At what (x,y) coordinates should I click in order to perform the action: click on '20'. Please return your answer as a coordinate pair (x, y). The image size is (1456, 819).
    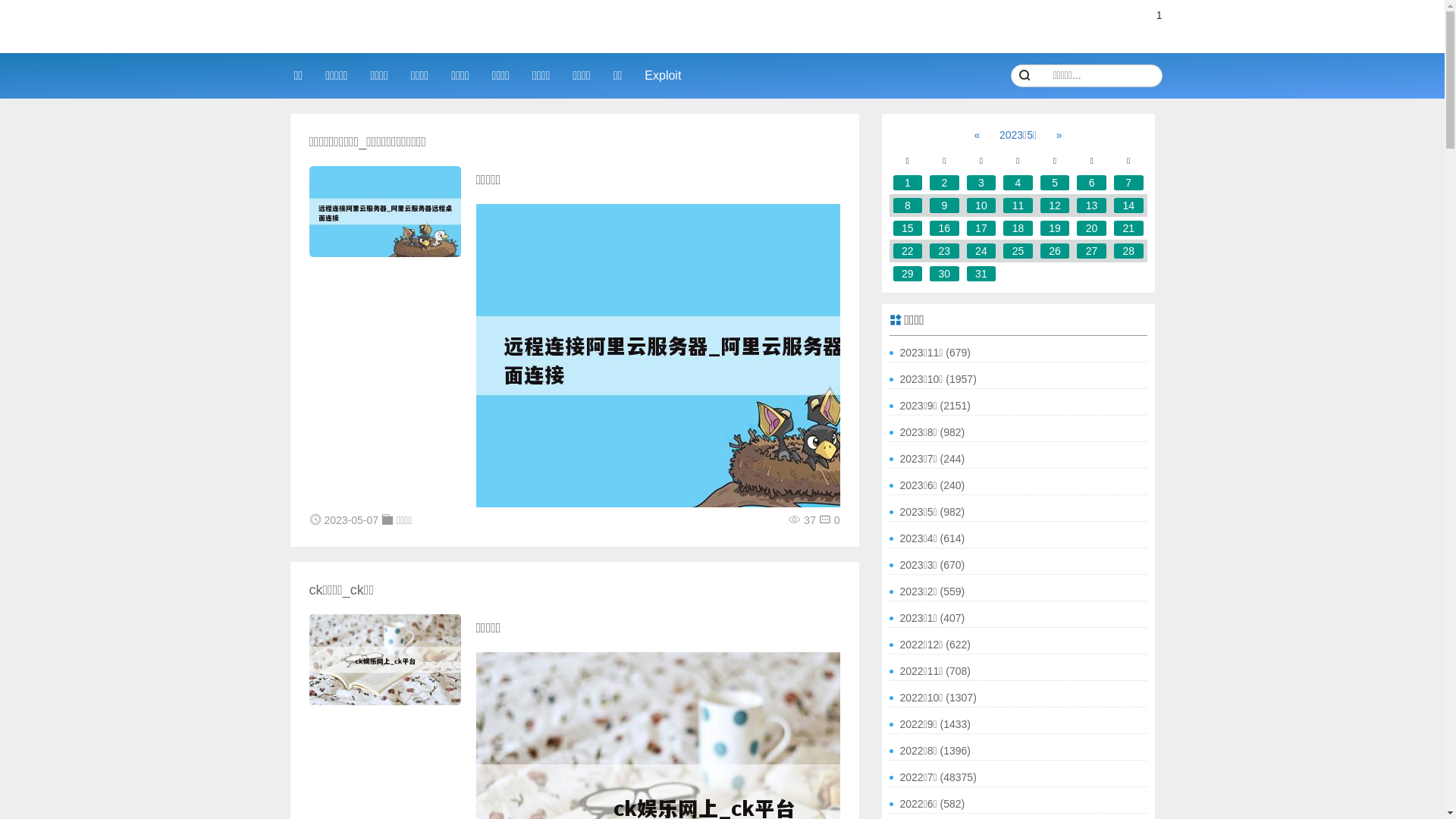
    Looking at the image, I should click on (1090, 227).